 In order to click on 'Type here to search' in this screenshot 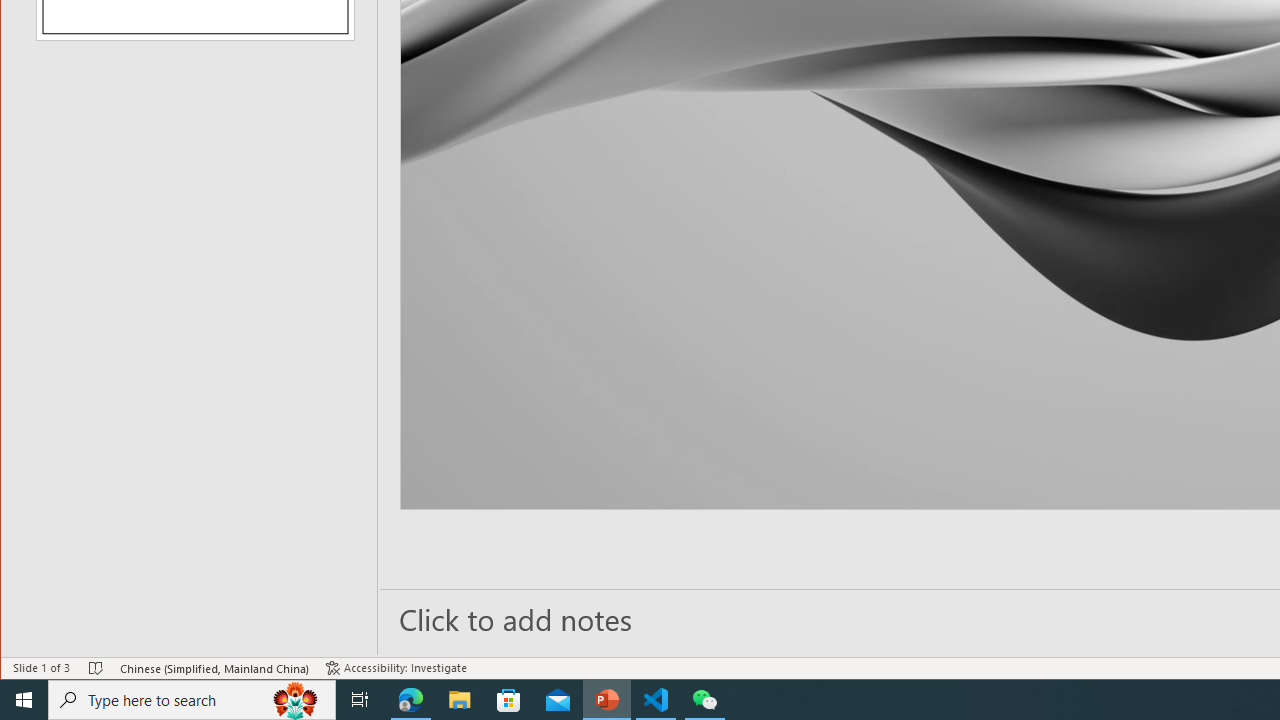, I will do `click(192, 698)`.